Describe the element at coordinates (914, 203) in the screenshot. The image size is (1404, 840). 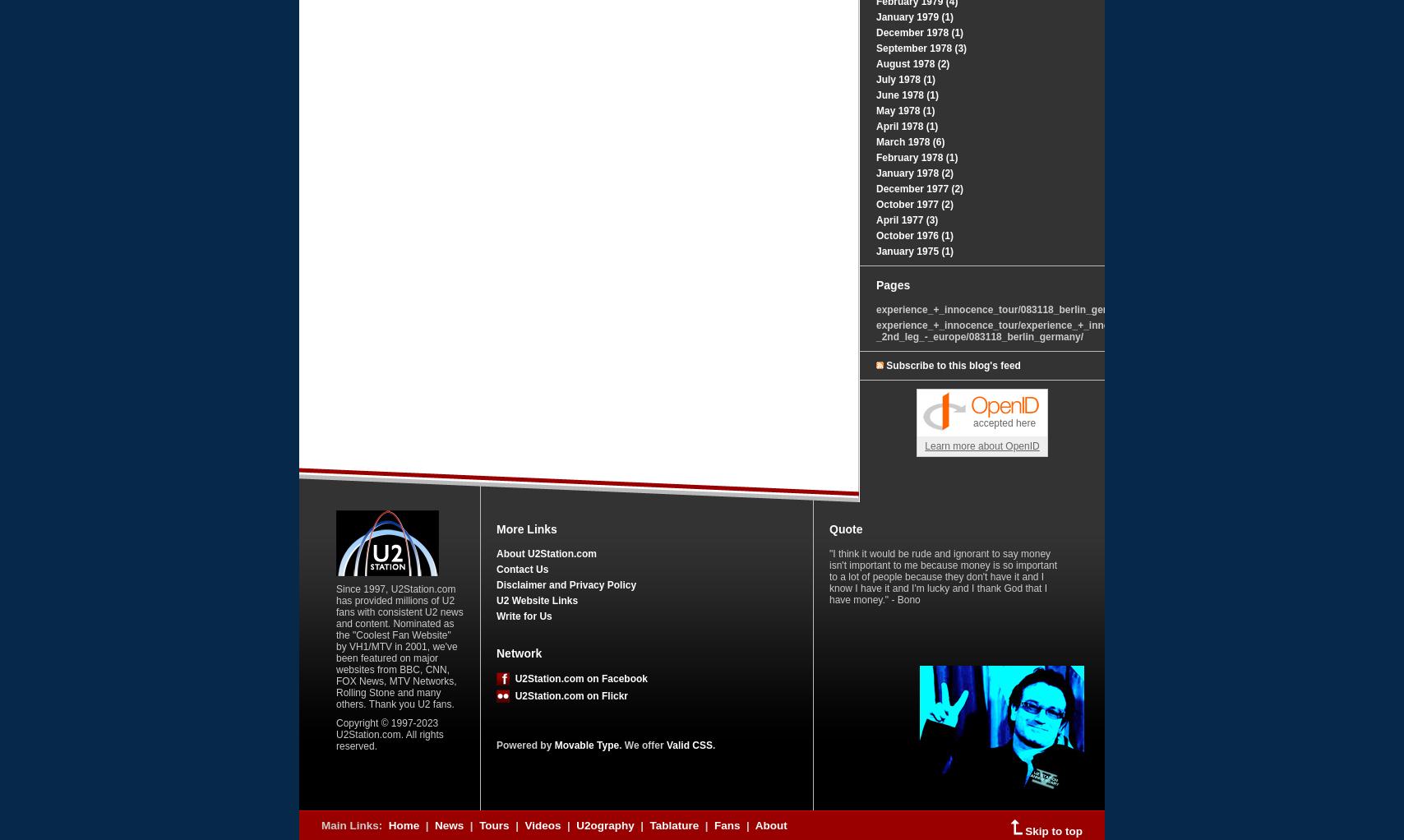
I see `'October 1977 (2)'` at that location.